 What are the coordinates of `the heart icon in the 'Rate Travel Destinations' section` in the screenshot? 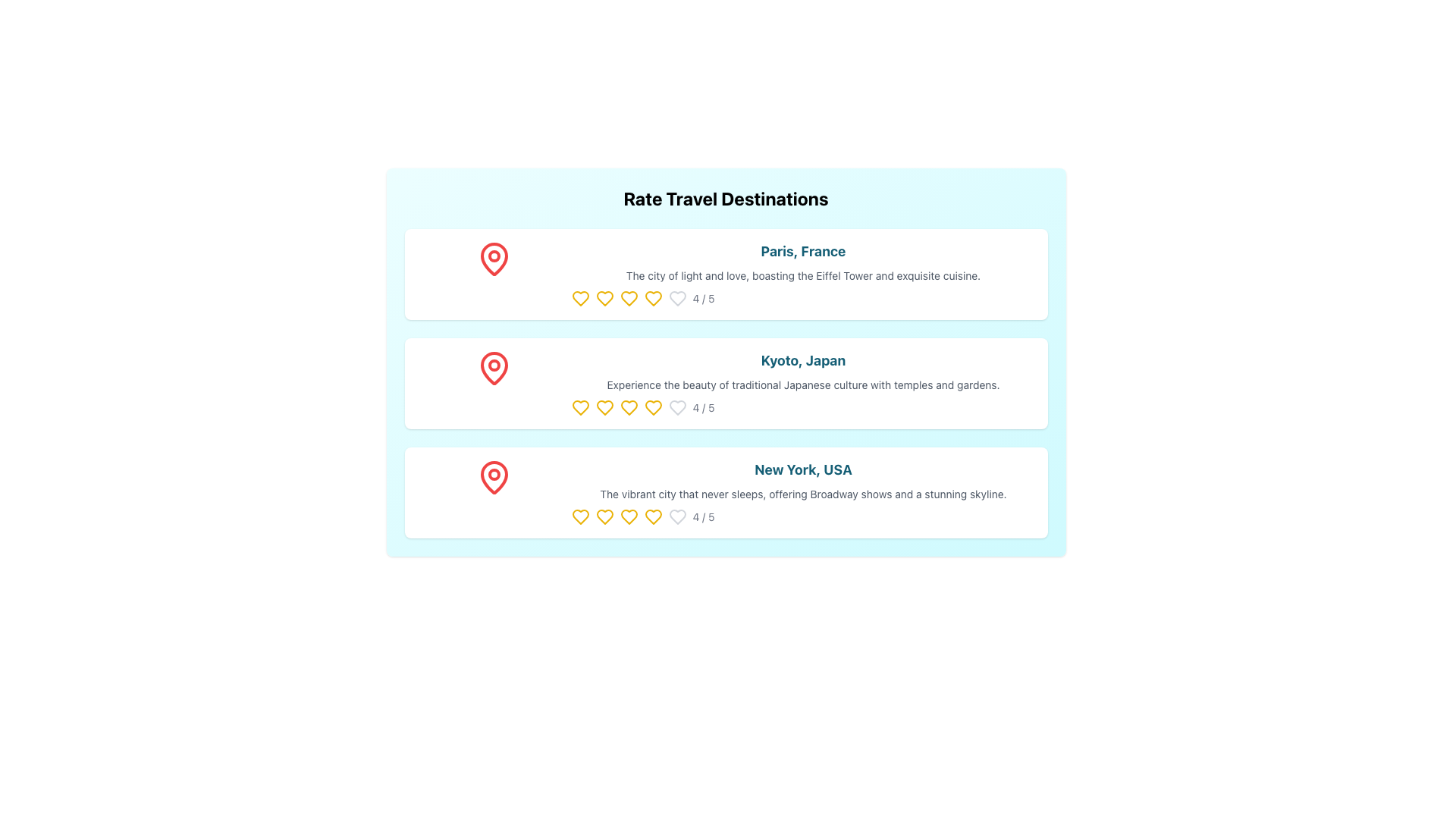 It's located at (676, 406).